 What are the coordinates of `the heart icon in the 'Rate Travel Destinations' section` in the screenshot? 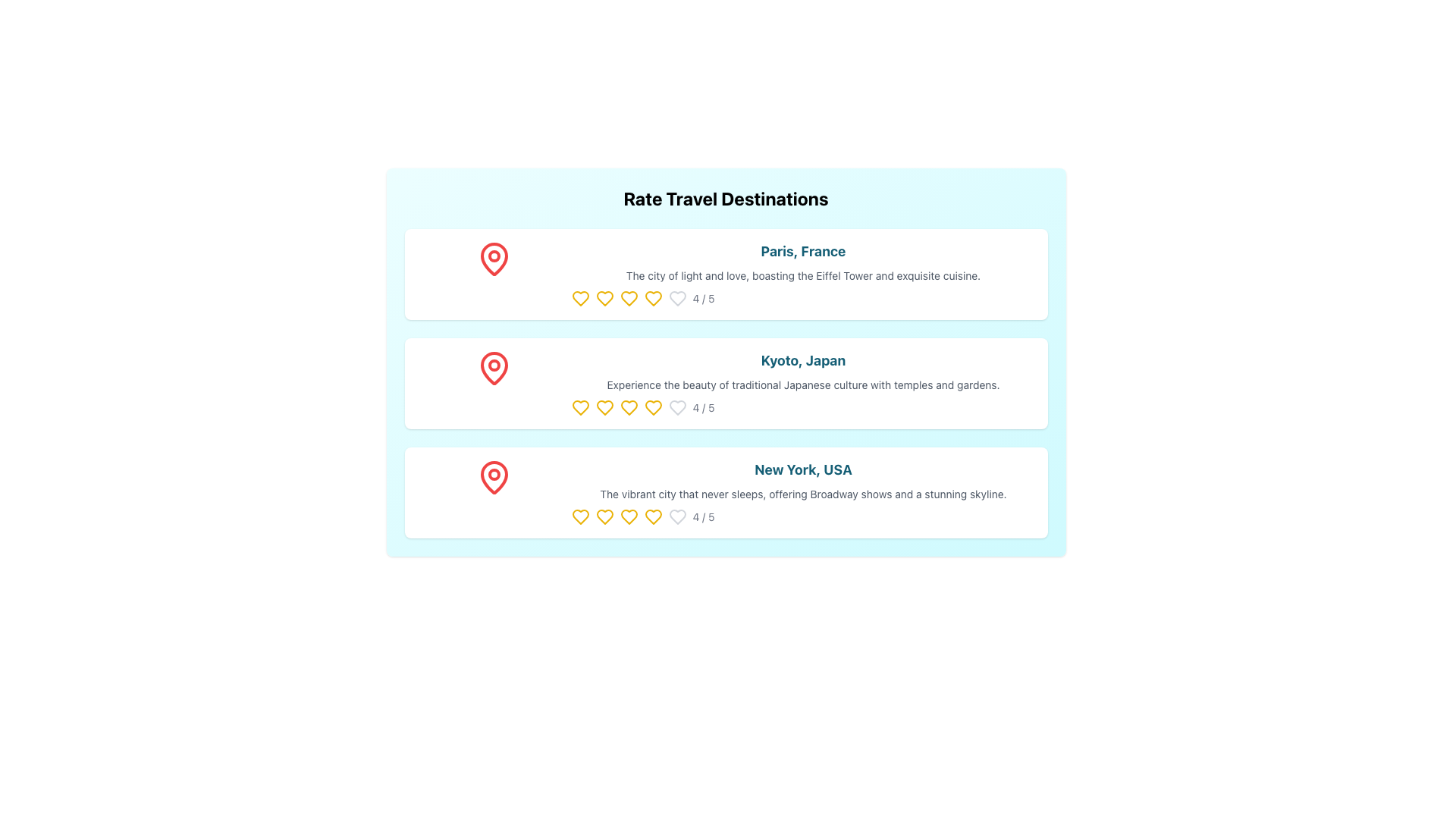 It's located at (676, 406).